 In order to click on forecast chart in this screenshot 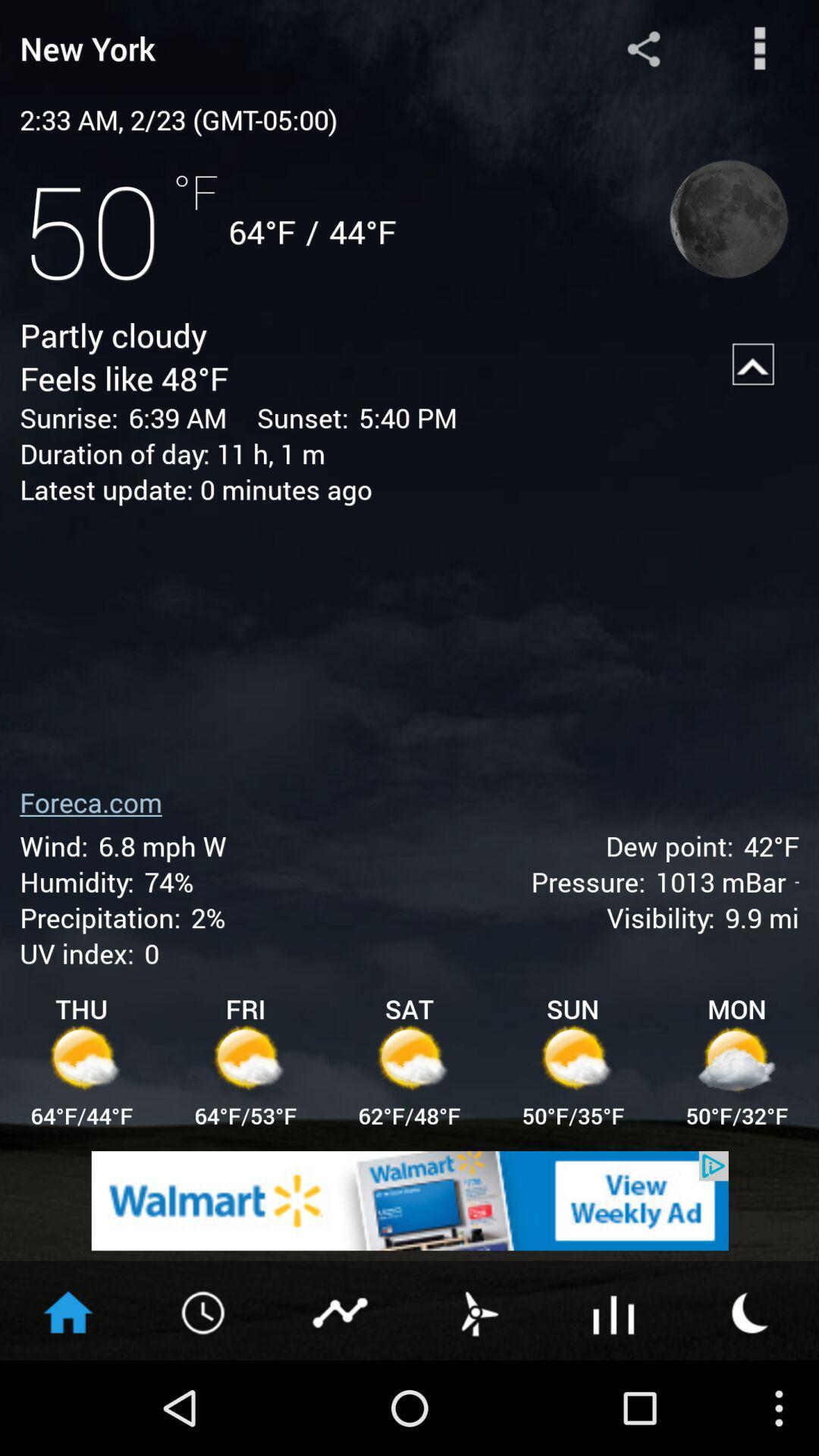, I will do `click(614, 1310)`.